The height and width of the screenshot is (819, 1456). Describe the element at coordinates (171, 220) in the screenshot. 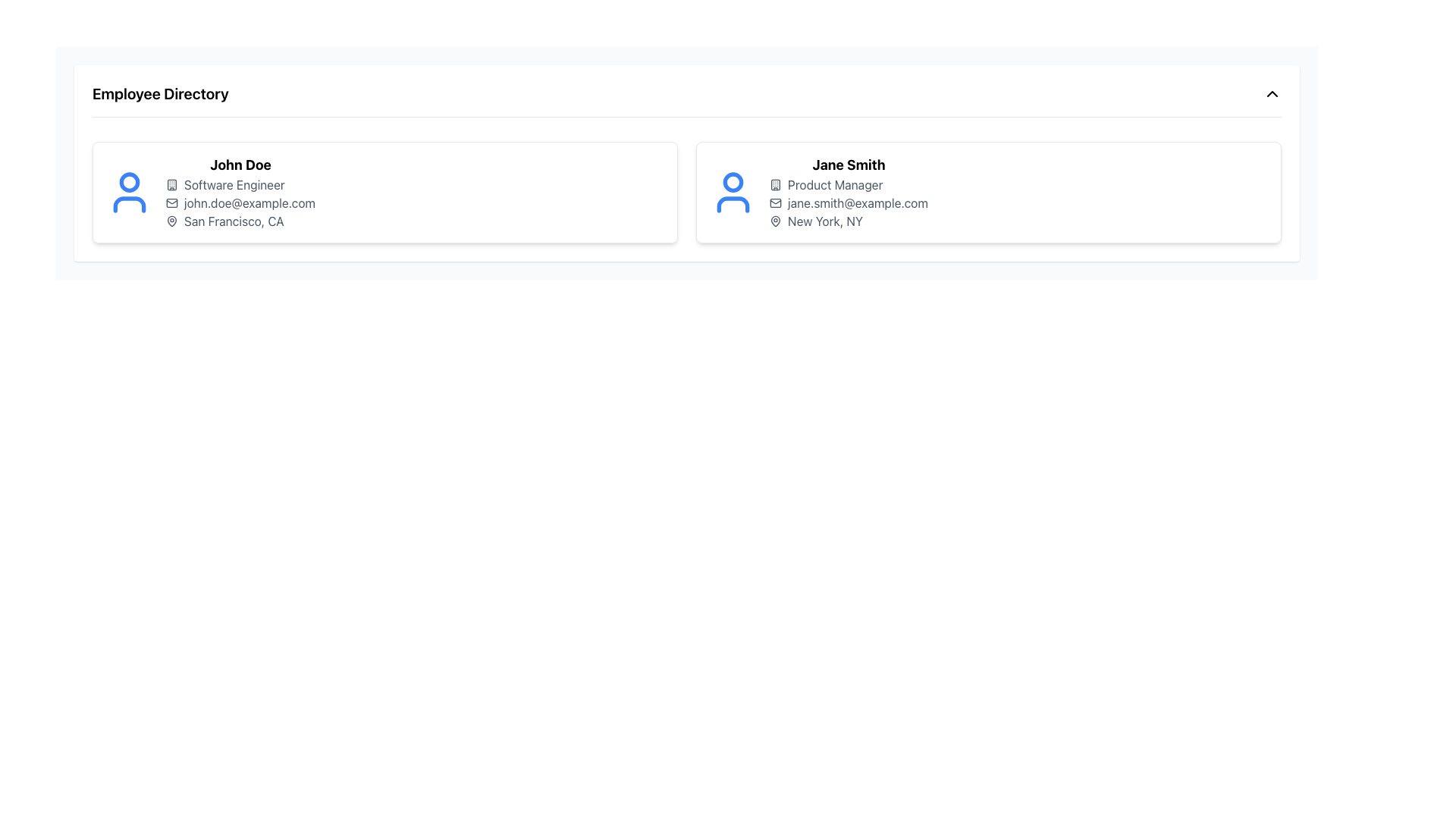

I see `the geographic location icon associated with John Doe's information, which is visually aligned with the text 'San Francisco, CA.'` at that location.